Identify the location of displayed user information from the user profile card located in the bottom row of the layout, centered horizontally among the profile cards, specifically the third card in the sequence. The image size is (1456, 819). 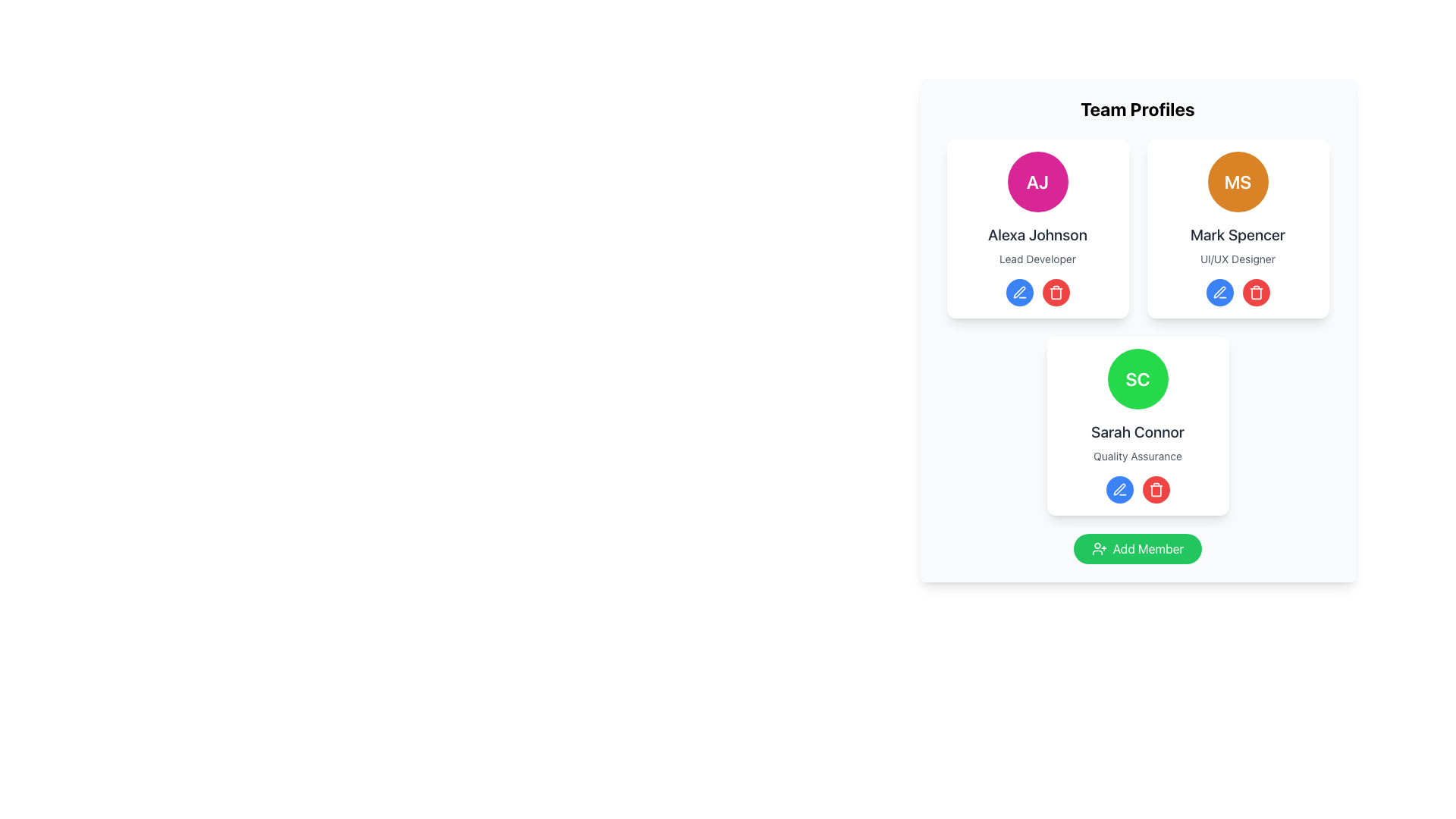
(1137, 426).